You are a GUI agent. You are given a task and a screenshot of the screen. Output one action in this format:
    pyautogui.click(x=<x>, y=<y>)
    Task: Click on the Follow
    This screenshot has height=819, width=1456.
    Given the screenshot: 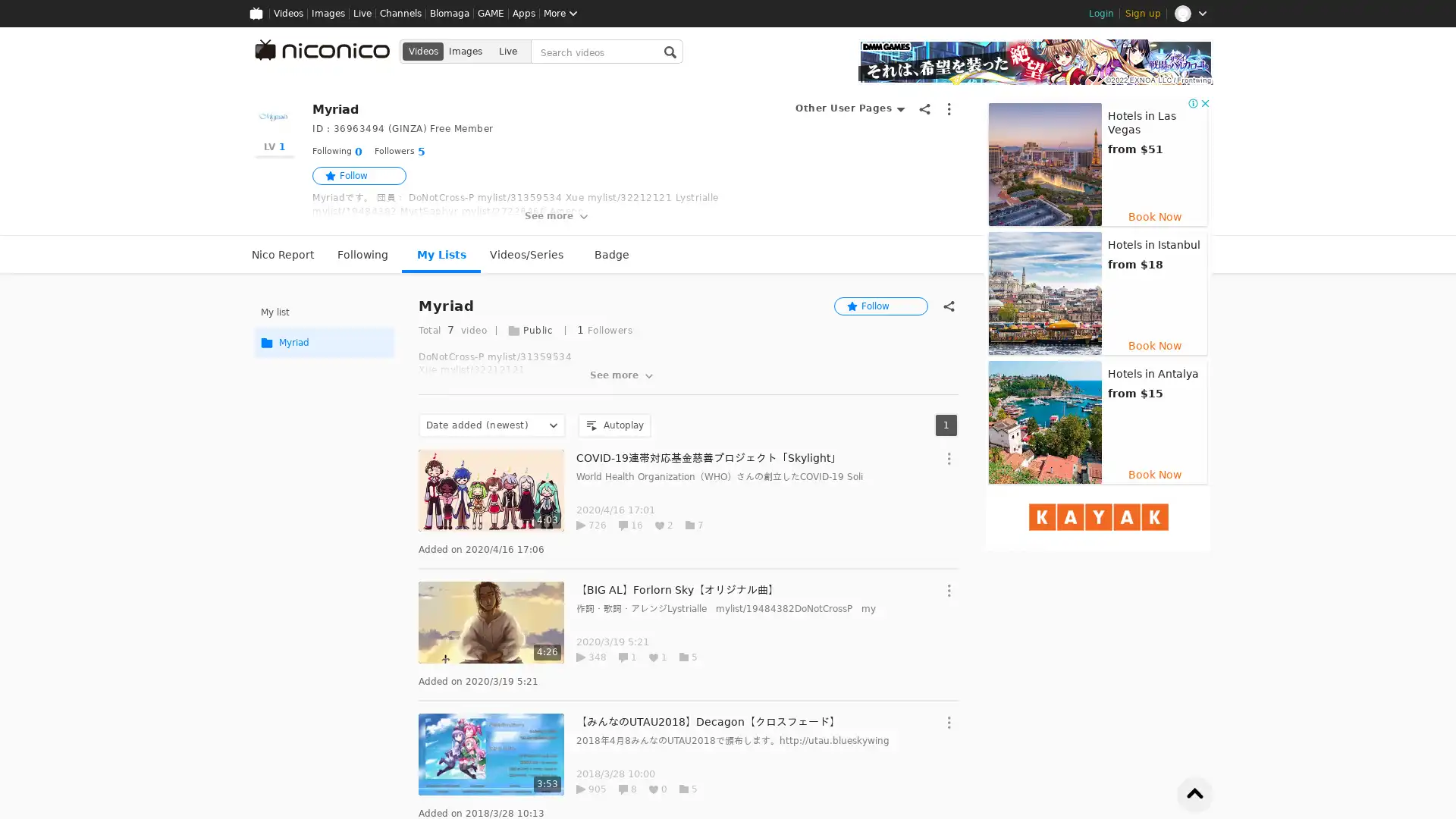 What is the action you would take?
    pyautogui.click(x=880, y=306)
    